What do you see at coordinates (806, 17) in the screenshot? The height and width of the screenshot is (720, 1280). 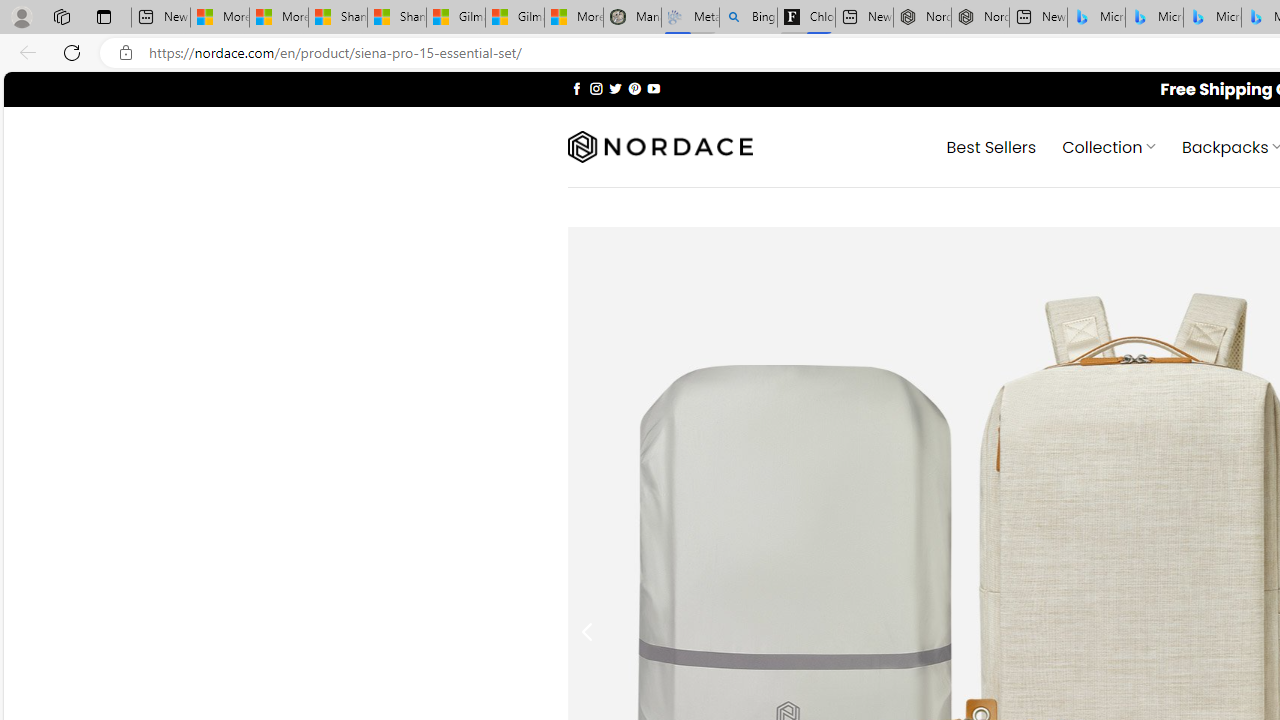 I see `'Chloe Sorvino'` at bounding box center [806, 17].